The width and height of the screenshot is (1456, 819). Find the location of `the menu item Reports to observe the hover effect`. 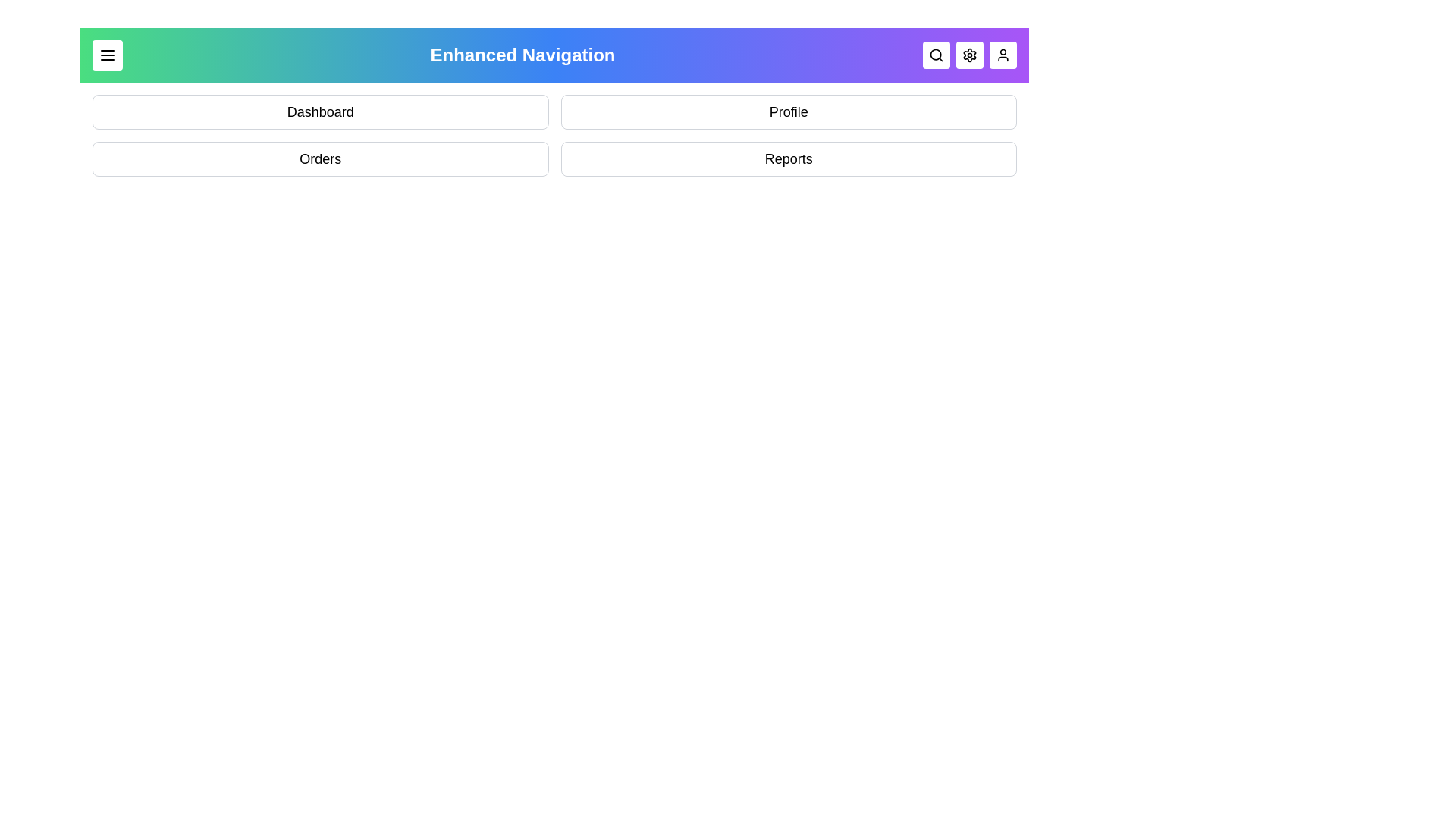

the menu item Reports to observe the hover effect is located at coordinates (789, 158).